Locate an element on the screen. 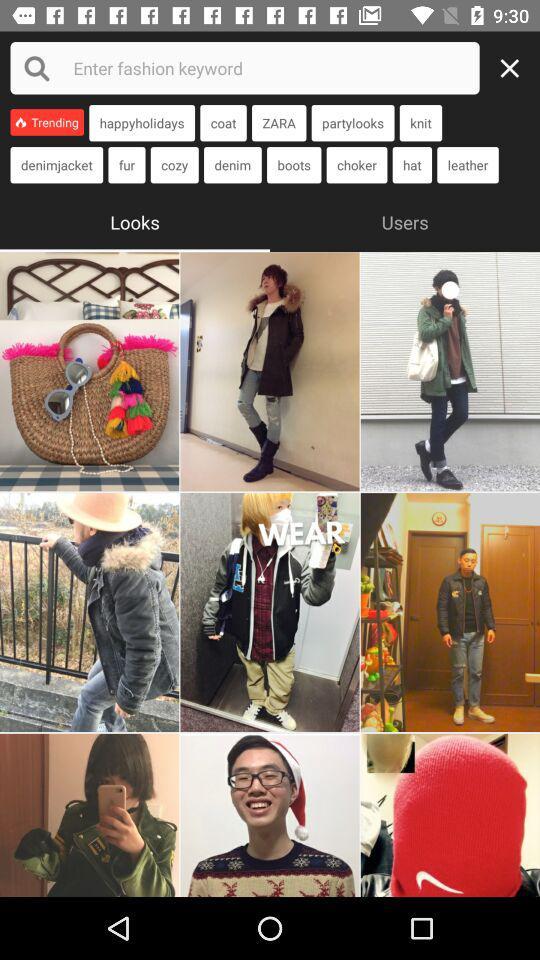  the icon to the right of looks icon is located at coordinates (405, 220).